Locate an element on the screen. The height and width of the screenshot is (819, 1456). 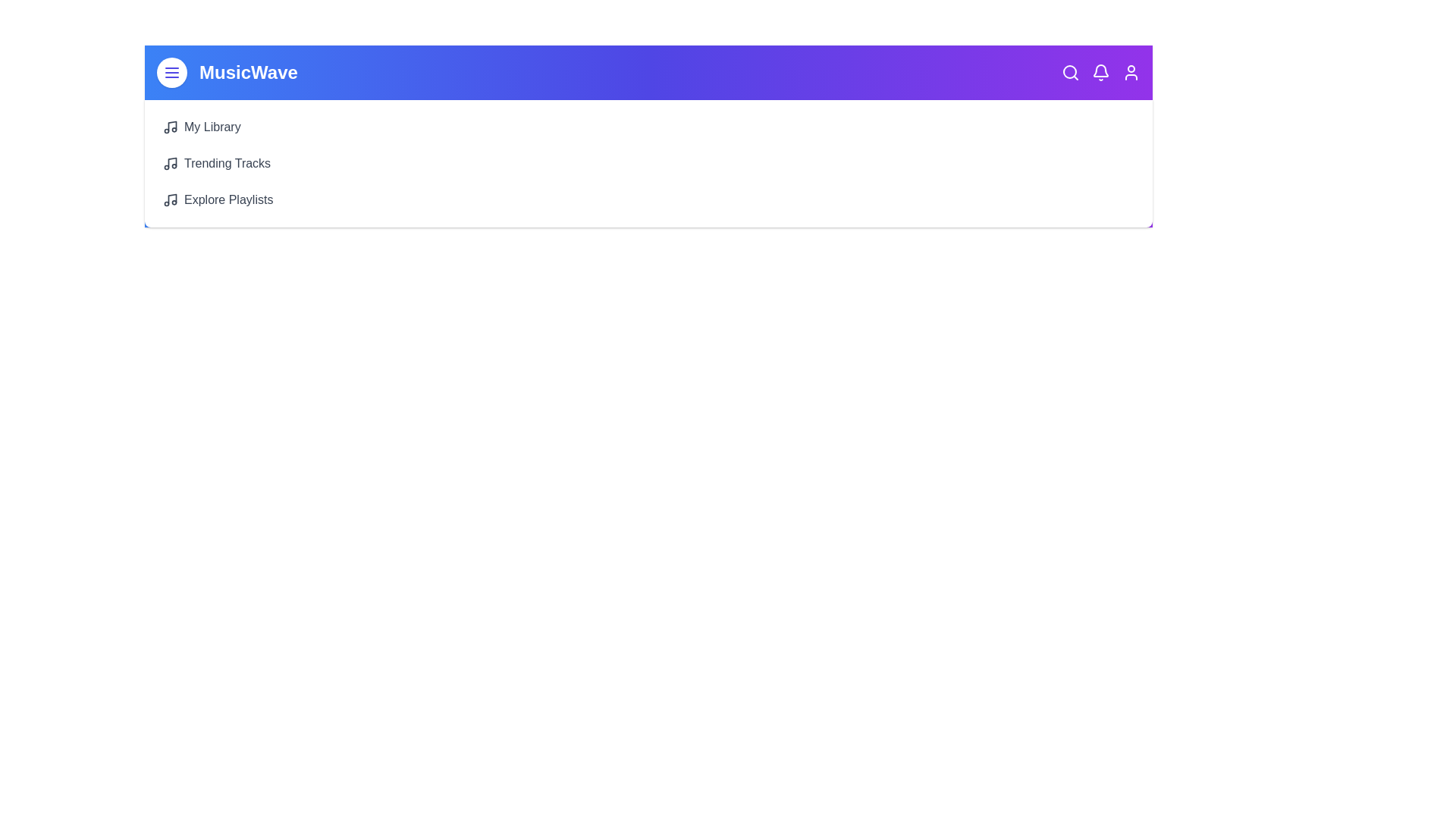
the notification bell icon to check notifications is located at coordinates (1100, 73).